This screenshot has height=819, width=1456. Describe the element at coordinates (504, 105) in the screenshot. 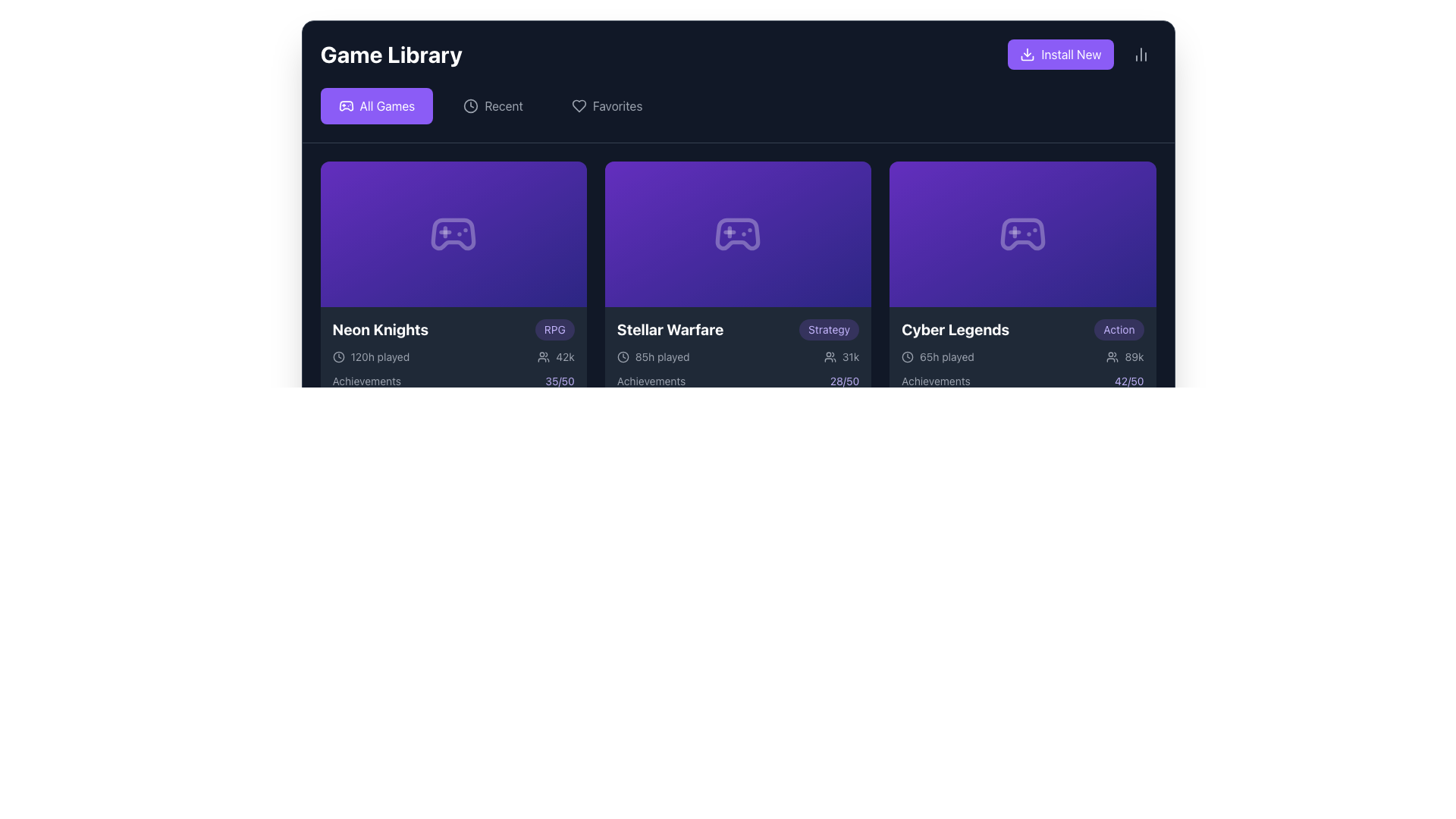

I see `the 'Recent' text label in the horizontal navigation bar` at that location.